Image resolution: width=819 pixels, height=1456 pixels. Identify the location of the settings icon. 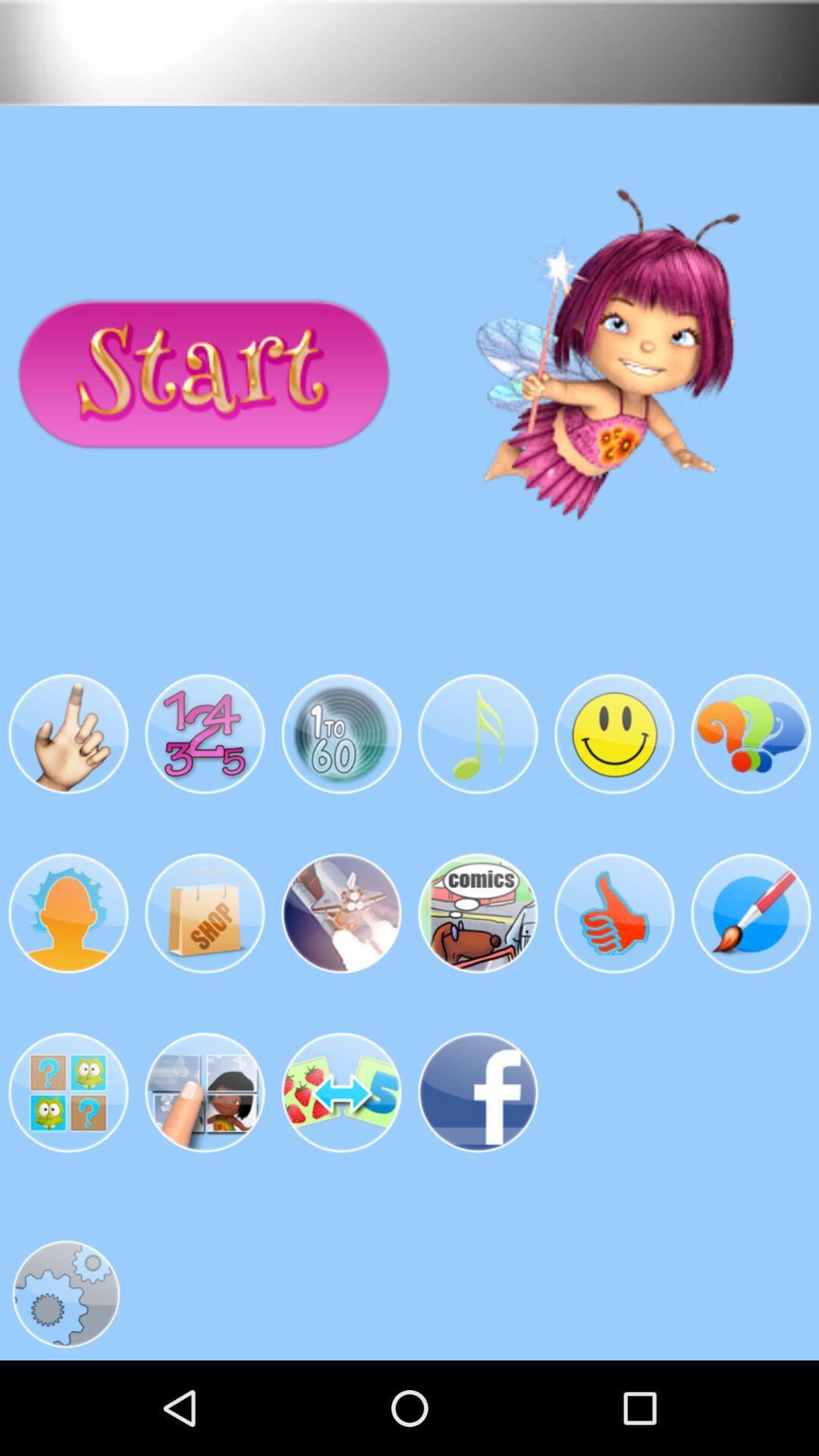
(65, 1385).